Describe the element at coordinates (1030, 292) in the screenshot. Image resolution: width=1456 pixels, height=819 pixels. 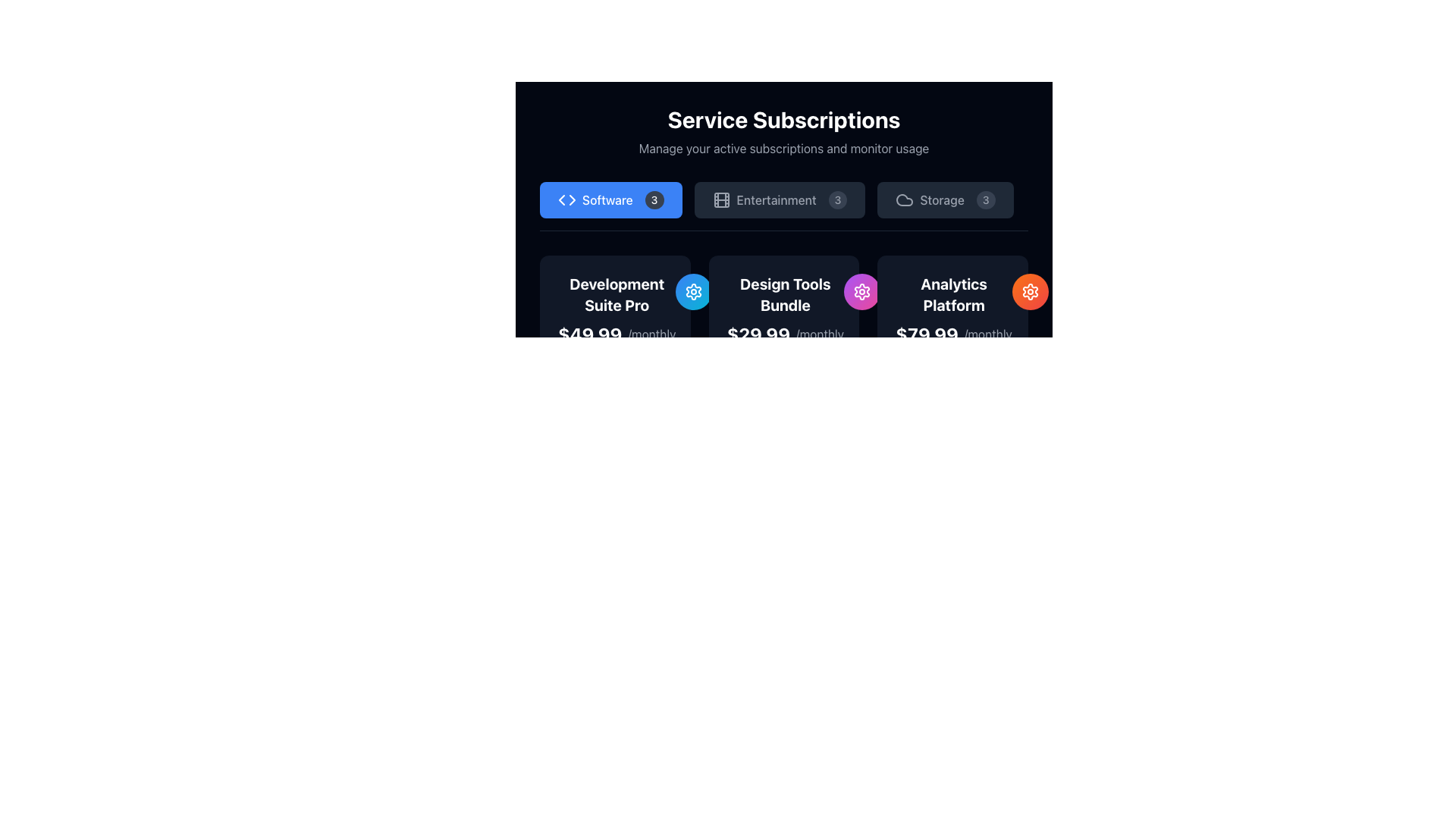
I see `the gear-like icon with a white design on a gradient orange to red background located at the bottom-right of the pricing card labeled 'Analytics Platform'` at that location.